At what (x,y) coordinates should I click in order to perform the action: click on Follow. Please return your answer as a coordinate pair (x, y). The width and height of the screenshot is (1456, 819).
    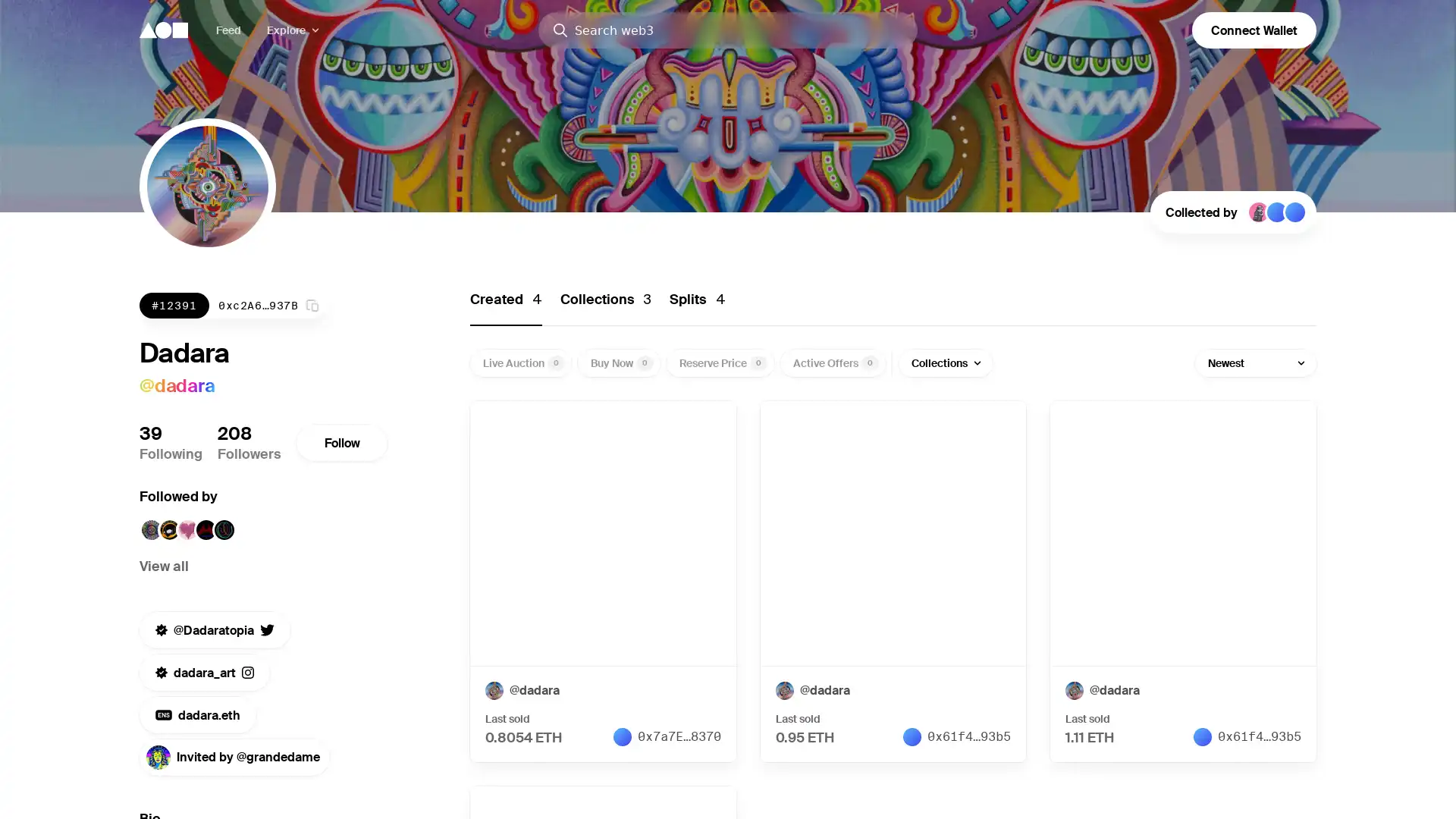
    Looking at the image, I should click on (341, 441).